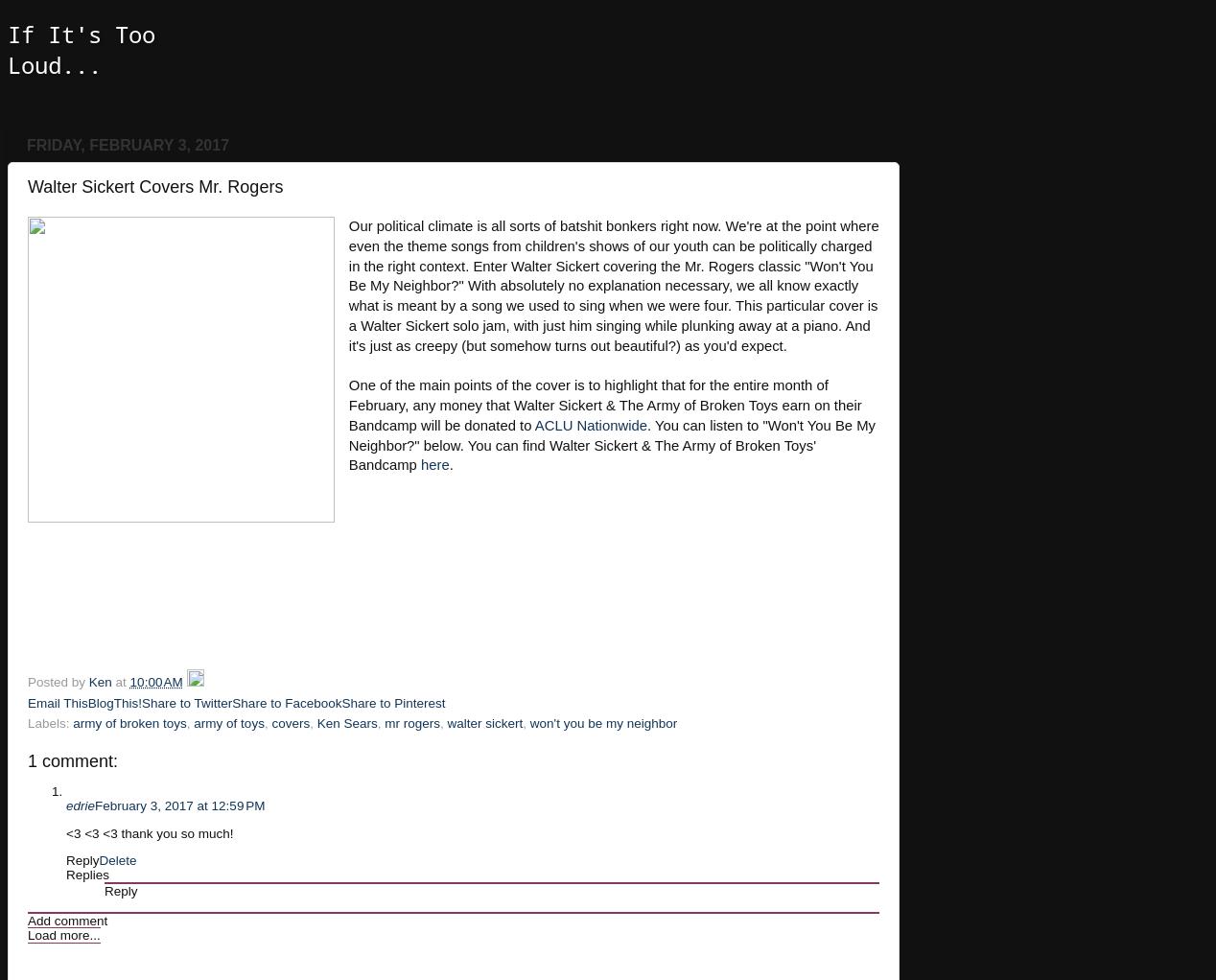 This screenshot has width=1216, height=980. Describe the element at coordinates (178, 805) in the screenshot. I see `'February 3, 2017 at 12:59 PM'` at that location.